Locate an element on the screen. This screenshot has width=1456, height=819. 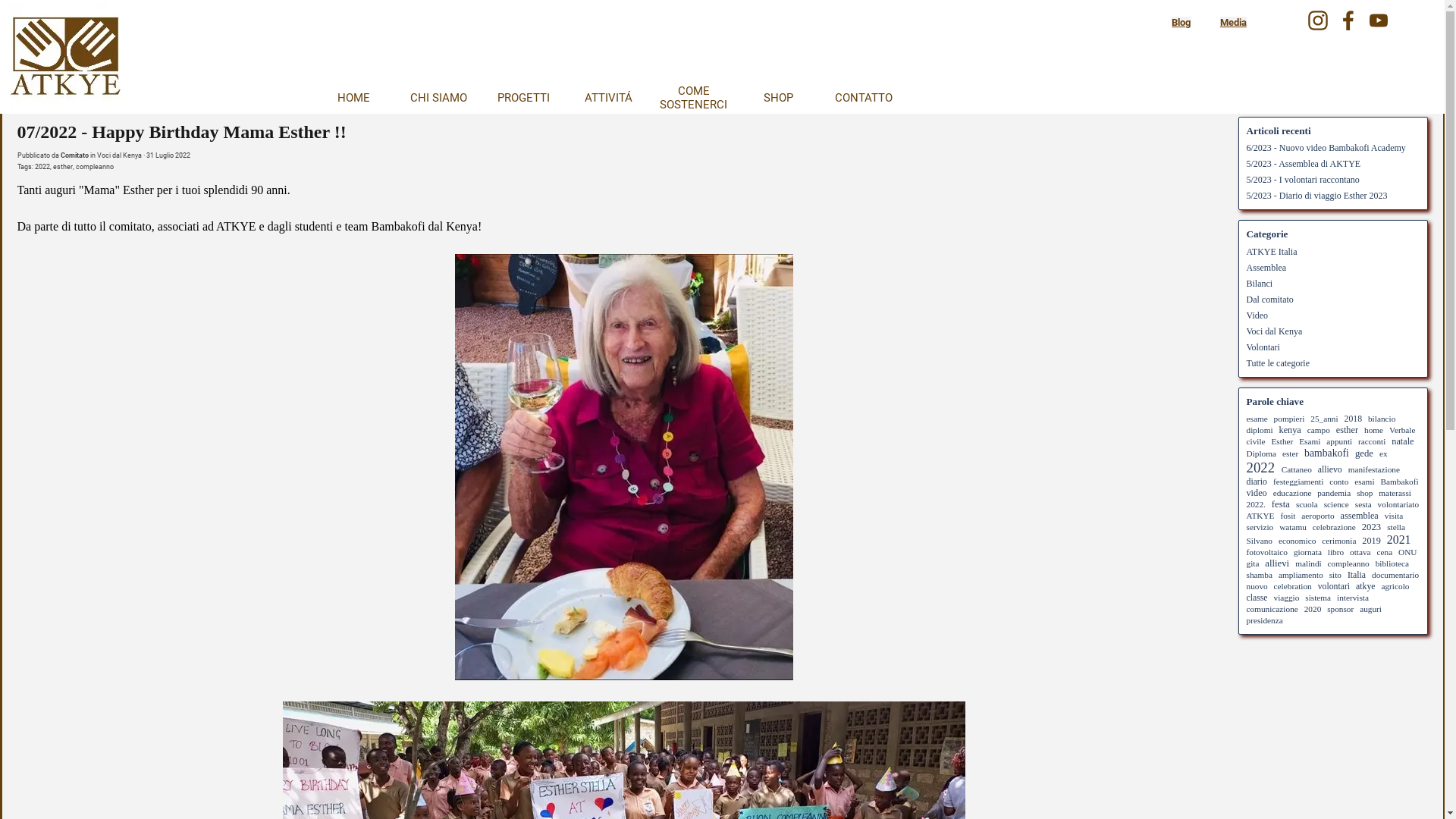
'cerimonia' is located at coordinates (1338, 540).